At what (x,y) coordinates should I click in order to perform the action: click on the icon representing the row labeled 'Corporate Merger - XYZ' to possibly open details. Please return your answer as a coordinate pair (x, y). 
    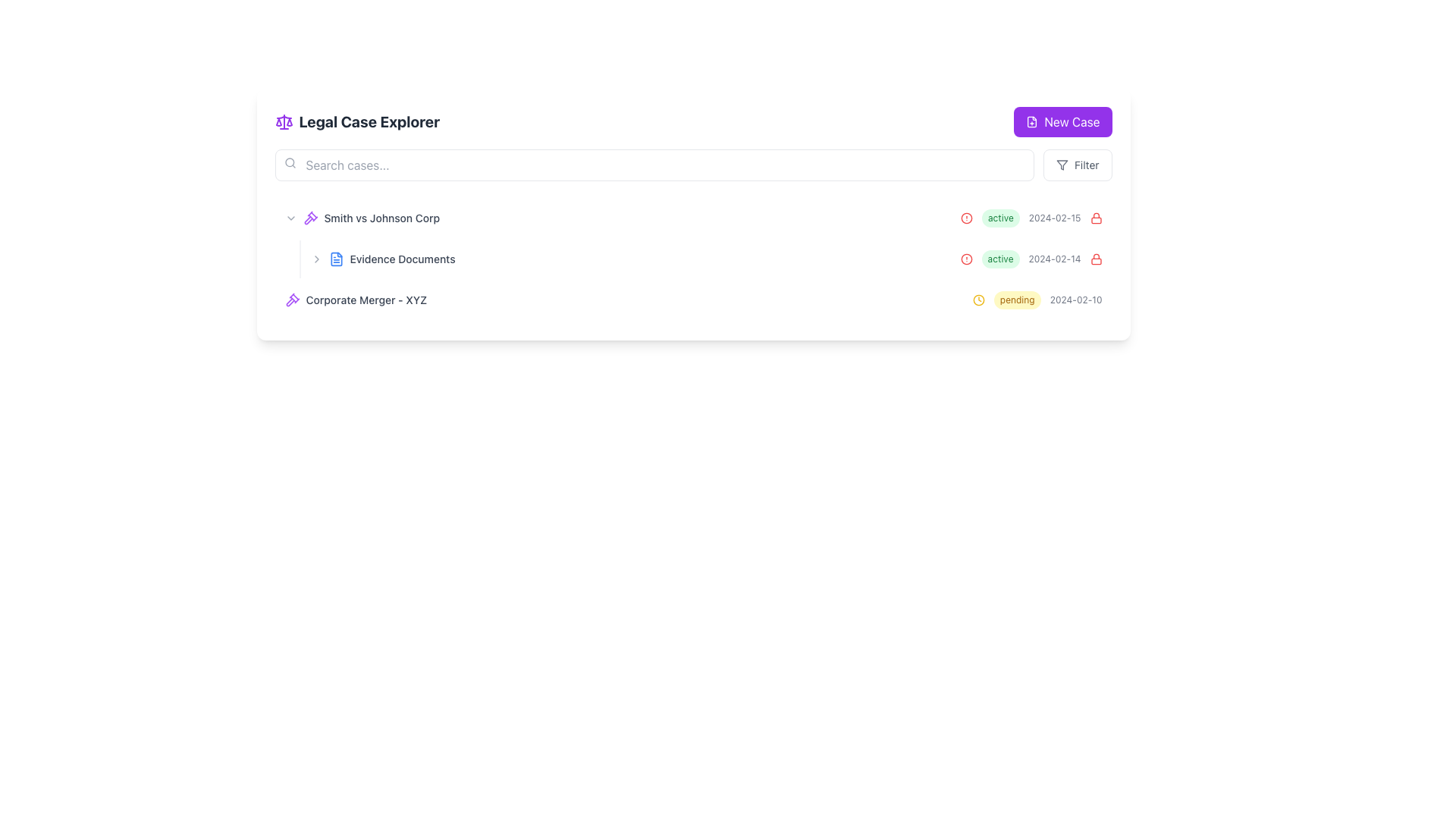
    Looking at the image, I should click on (292, 300).